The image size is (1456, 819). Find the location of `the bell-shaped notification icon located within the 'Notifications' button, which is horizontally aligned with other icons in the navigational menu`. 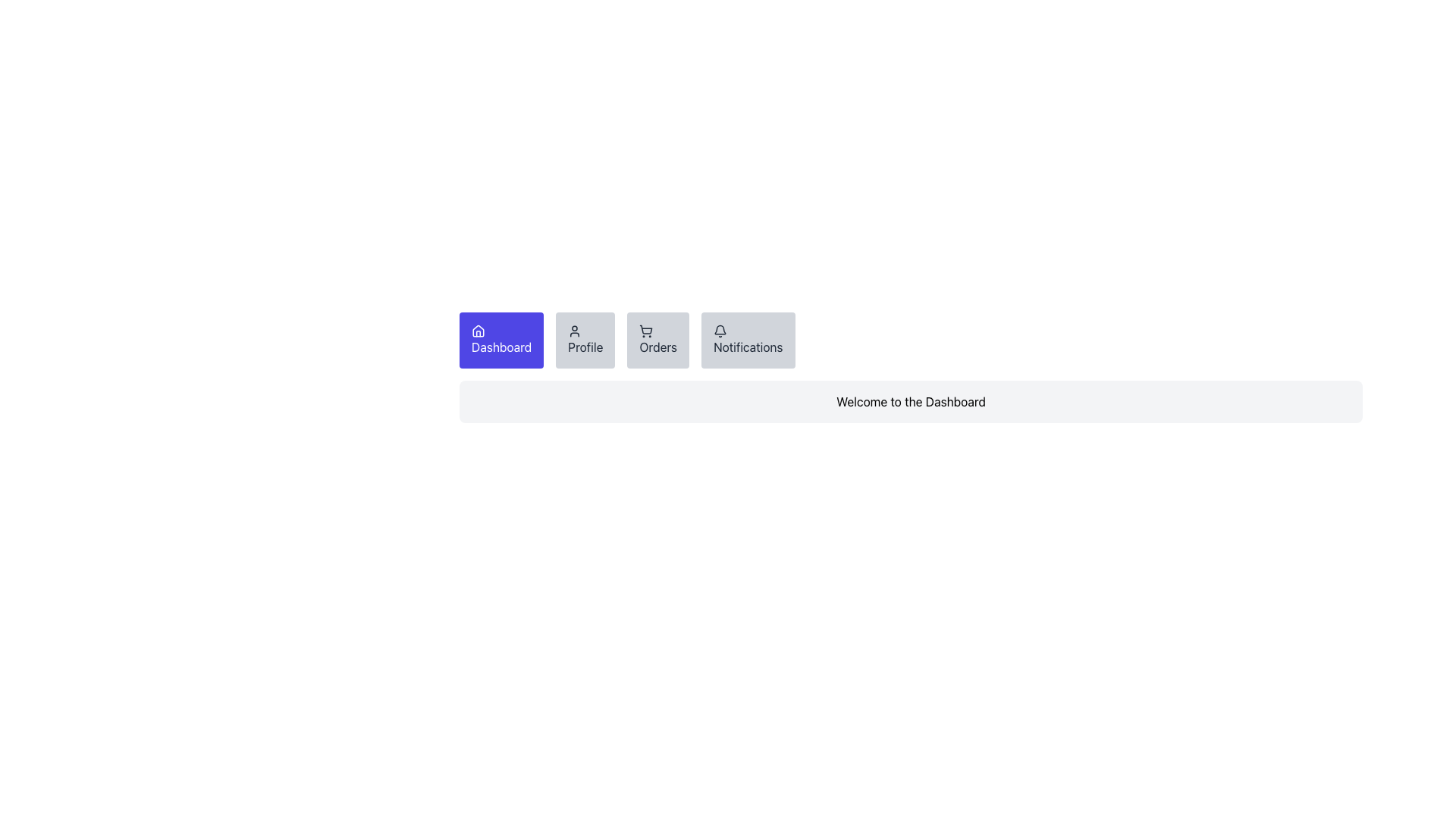

the bell-shaped notification icon located within the 'Notifications' button, which is horizontally aligned with other icons in the navigational menu is located at coordinates (720, 330).